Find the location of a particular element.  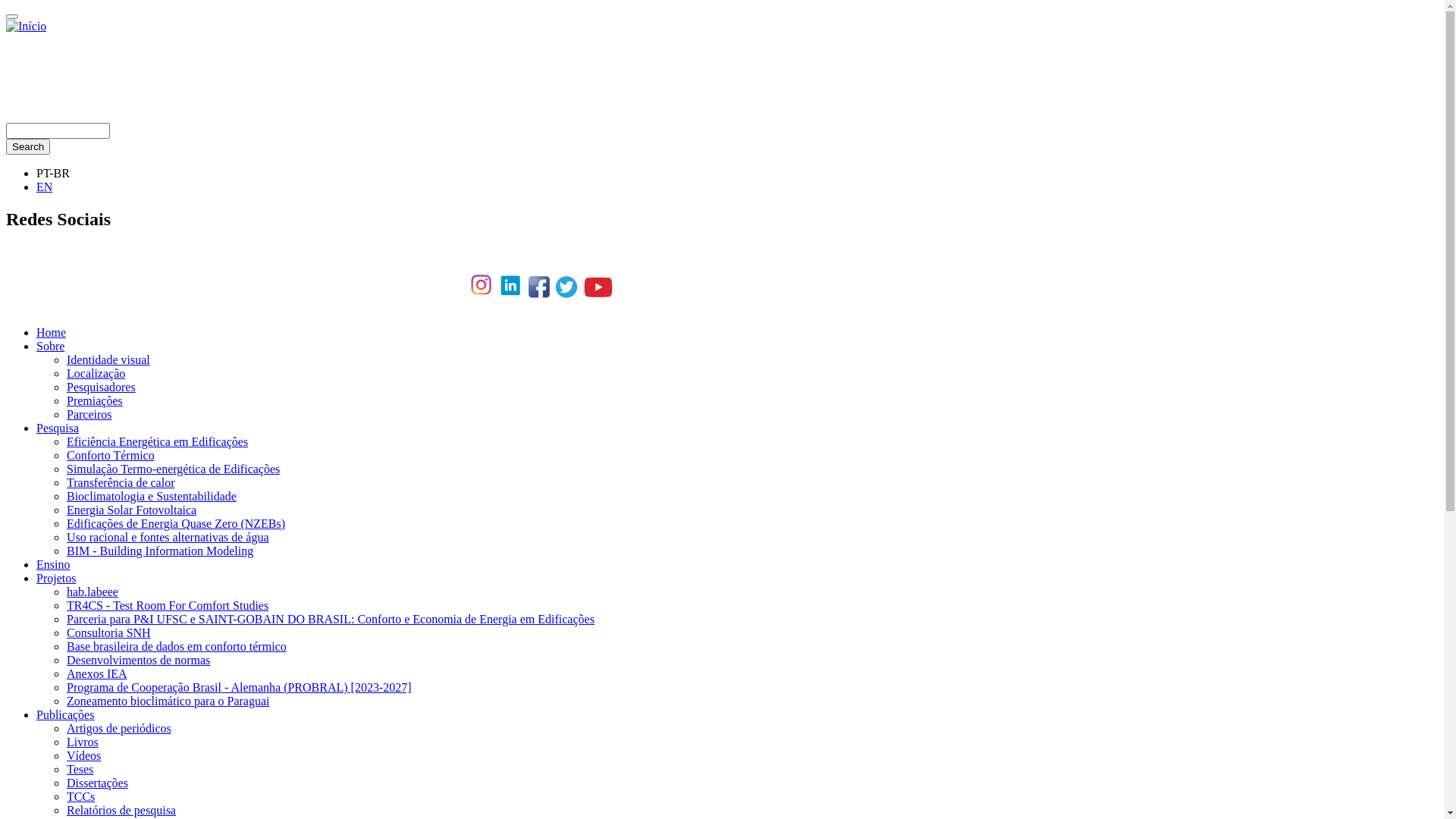

'Teses' is located at coordinates (65, 769).